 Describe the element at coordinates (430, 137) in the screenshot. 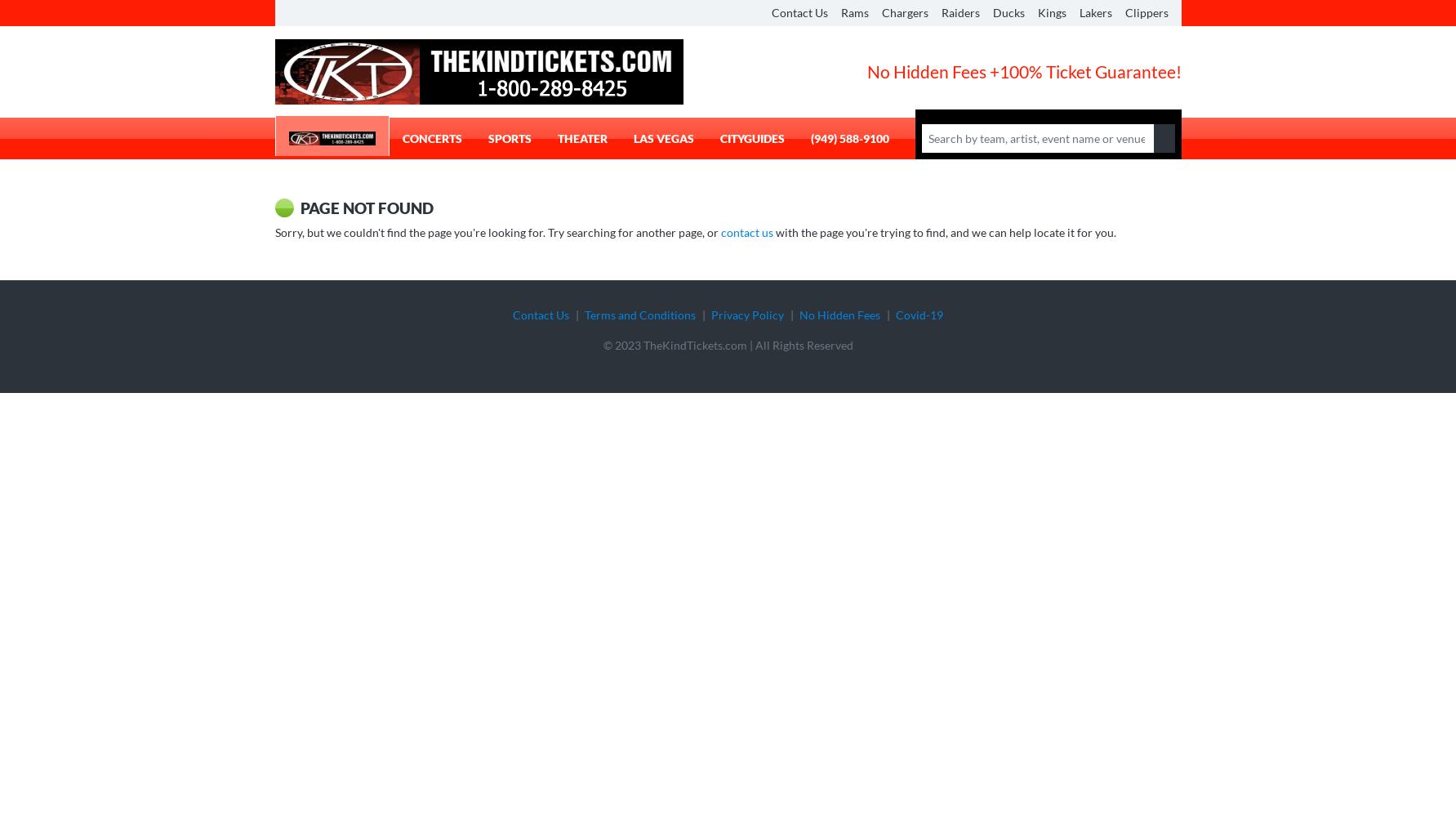

I see `'Concerts'` at that location.